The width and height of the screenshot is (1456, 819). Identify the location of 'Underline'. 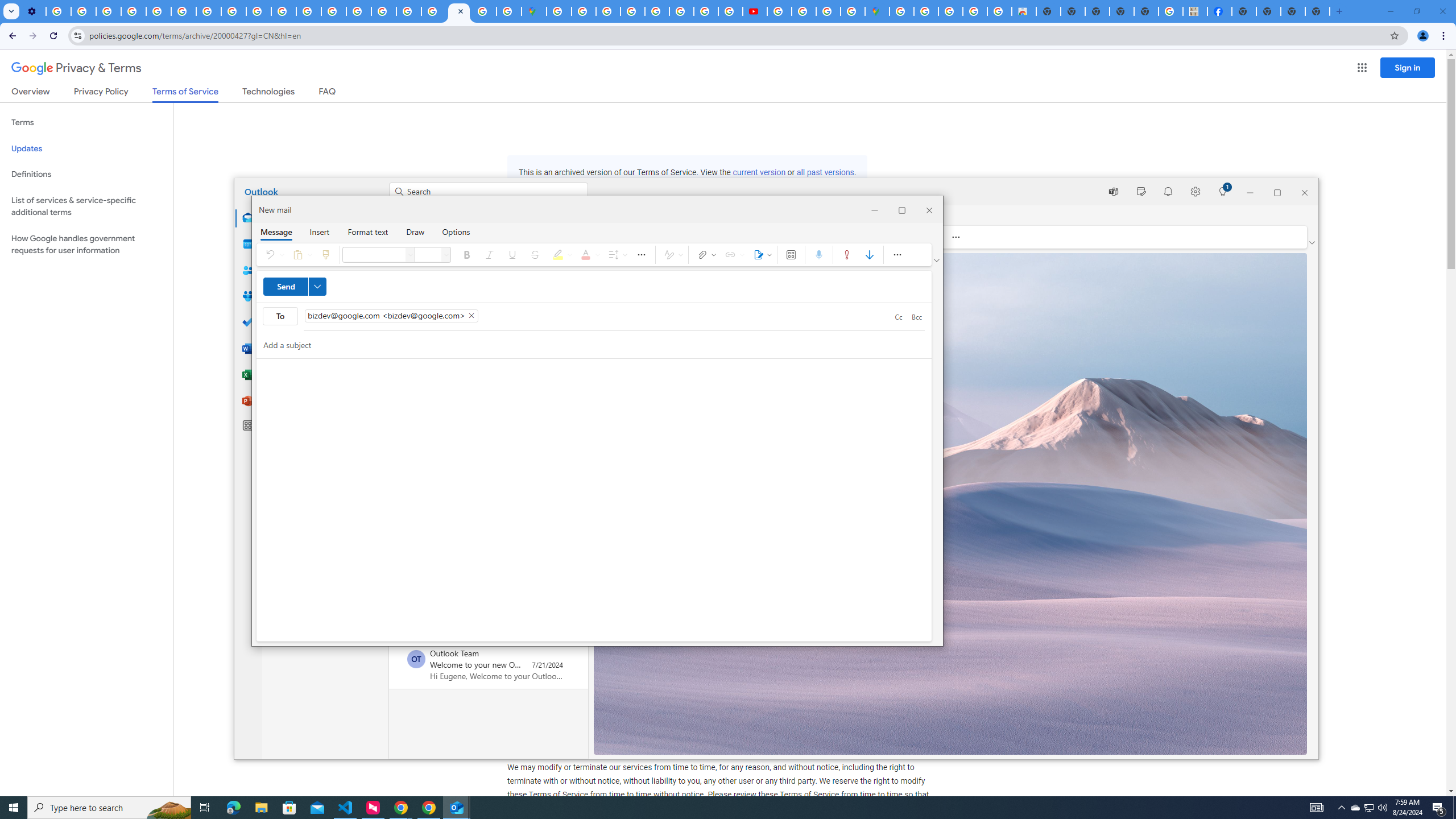
(512, 254).